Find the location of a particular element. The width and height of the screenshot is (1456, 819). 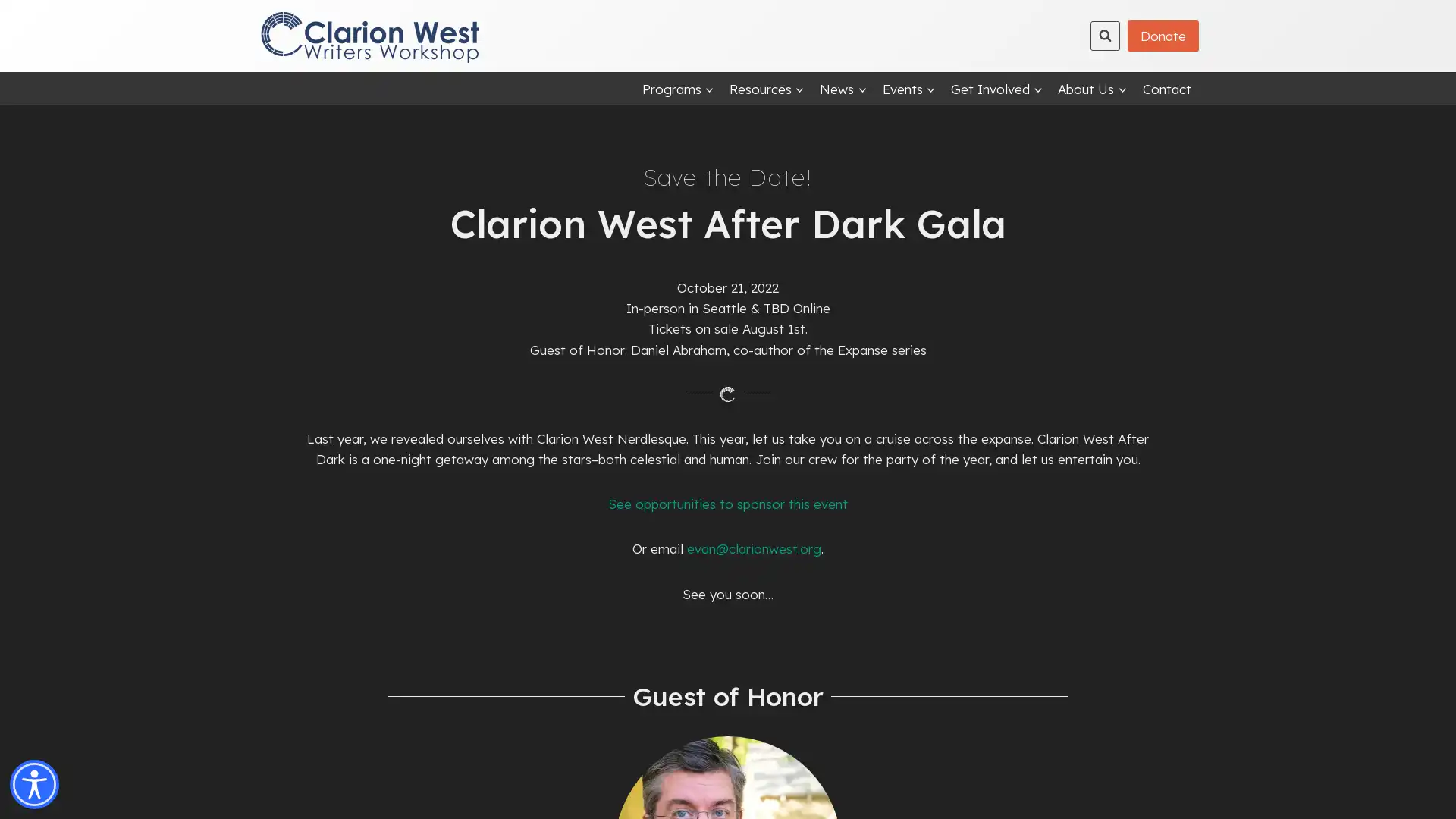

Expand child menu is located at coordinates (908, 88).